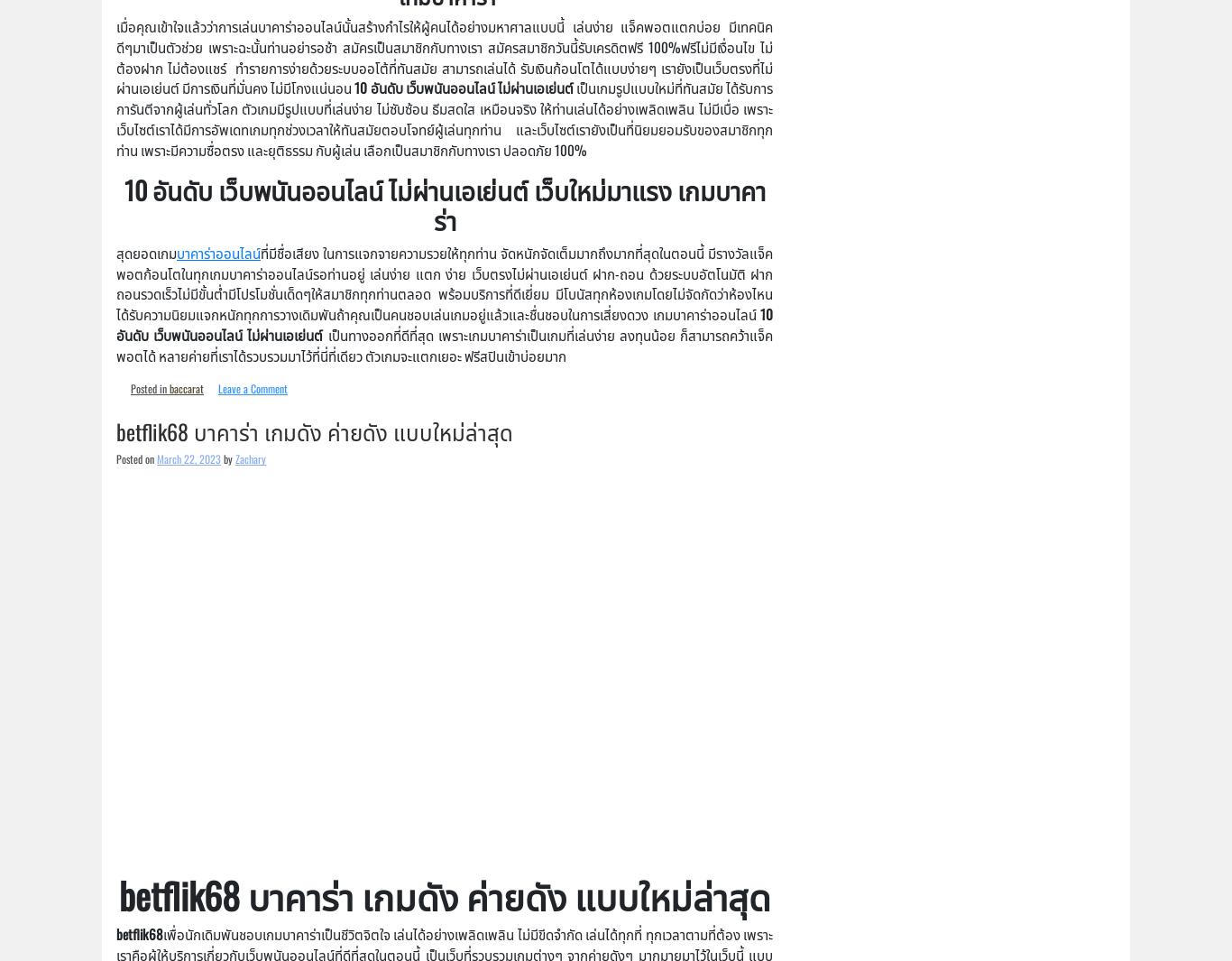 This screenshot has height=961, width=1232. What do you see at coordinates (135, 457) in the screenshot?
I see `'Posted on'` at bounding box center [135, 457].